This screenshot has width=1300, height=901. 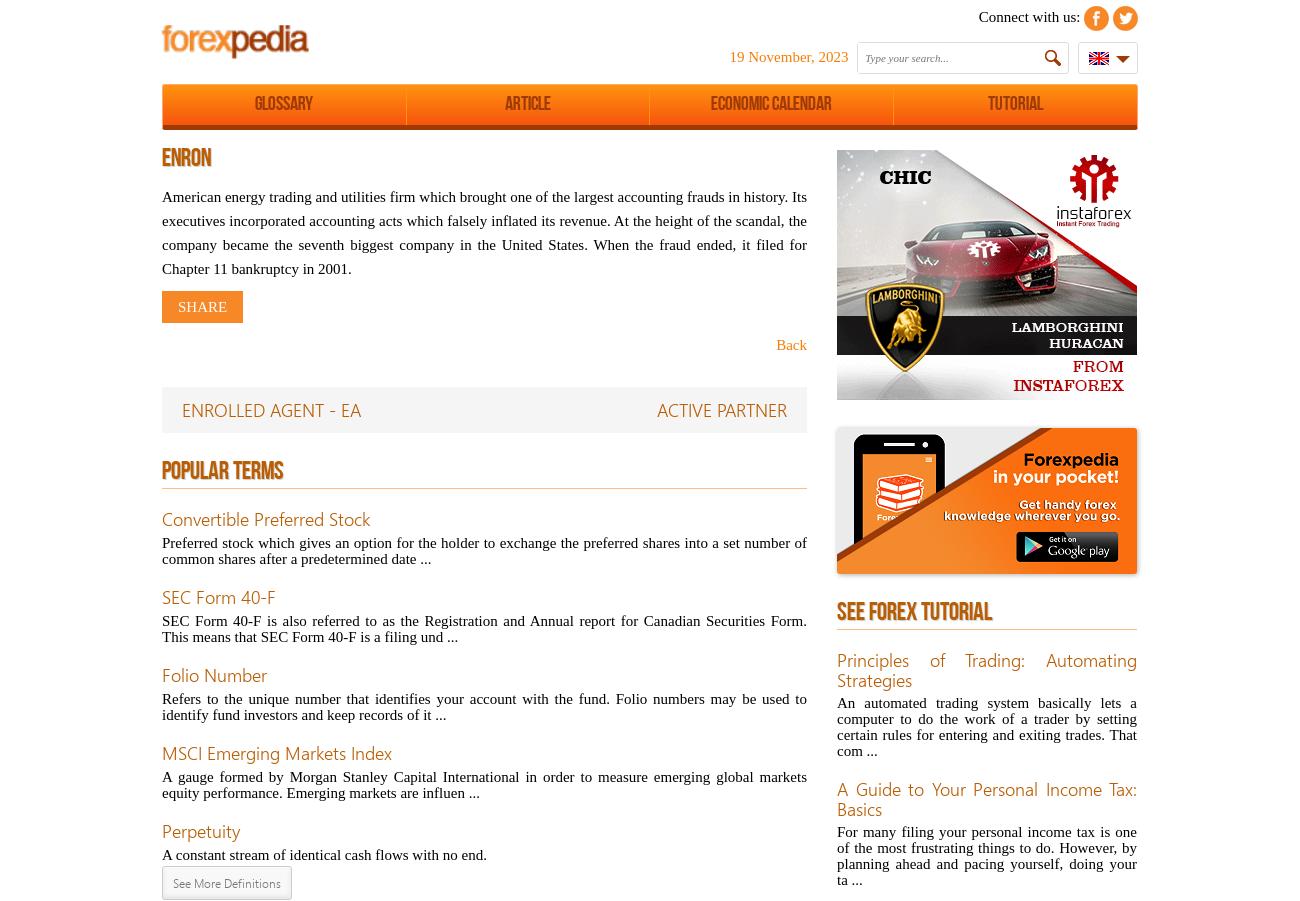 I want to click on 'American energy trading and utilities firm which brought one of the largest accounting frauds in history. Its executives incorporated accounting acts which falsely inflated its revenue. At the height of the scandal, the company became the seventh biggest company in the United States. When the fraud ended, it filed for Chapter 11 bankruptcy in 2001.', so click(x=483, y=231).